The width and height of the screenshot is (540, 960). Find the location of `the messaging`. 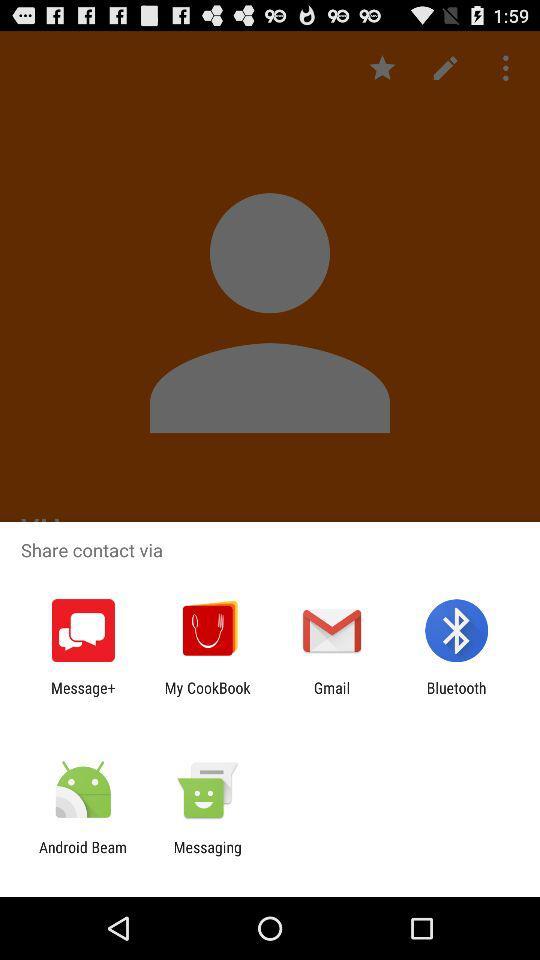

the messaging is located at coordinates (206, 855).